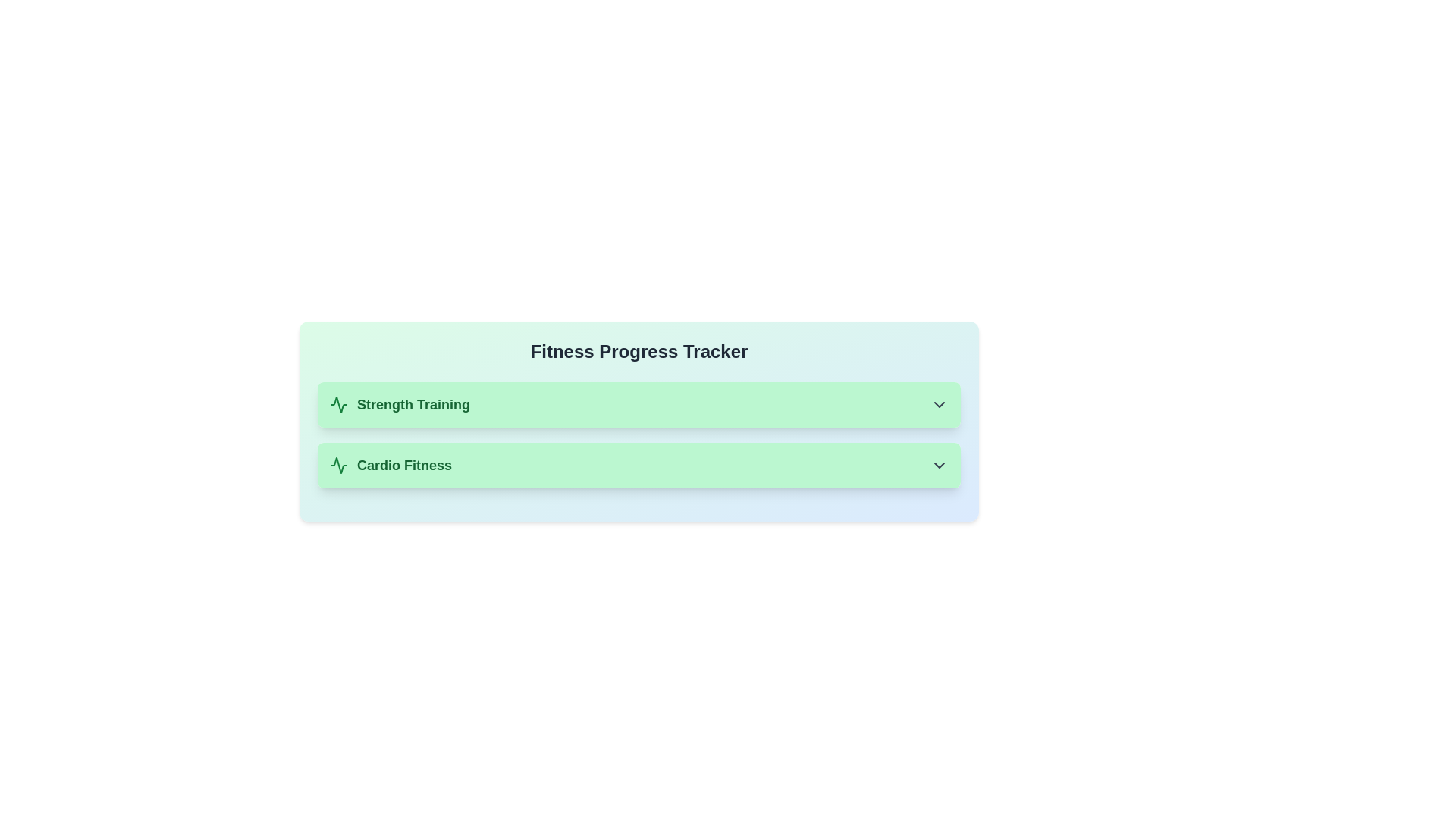 This screenshot has height=819, width=1456. Describe the element at coordinates (639, 421) in the screenshot. I see `the expand button of the 'Fitness Progress Tracker' expandable panel` at that location.